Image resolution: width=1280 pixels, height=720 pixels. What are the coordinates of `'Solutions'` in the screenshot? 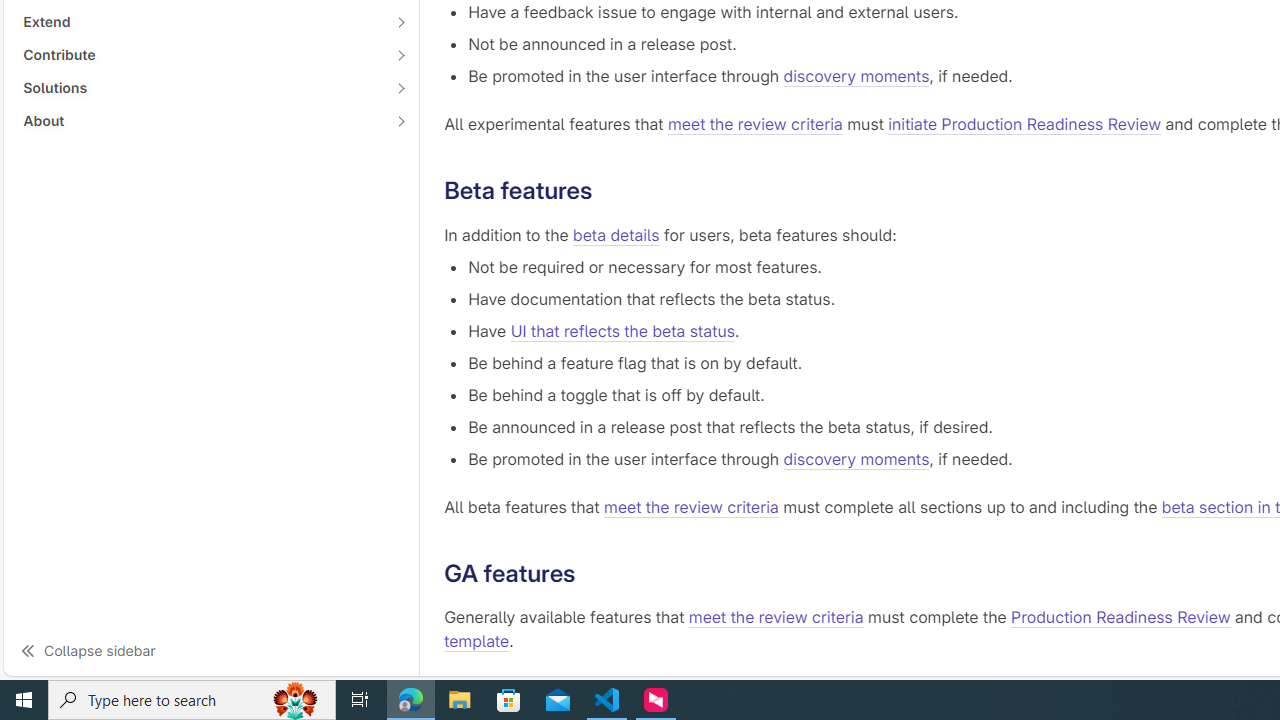 It's located at (200, 86).